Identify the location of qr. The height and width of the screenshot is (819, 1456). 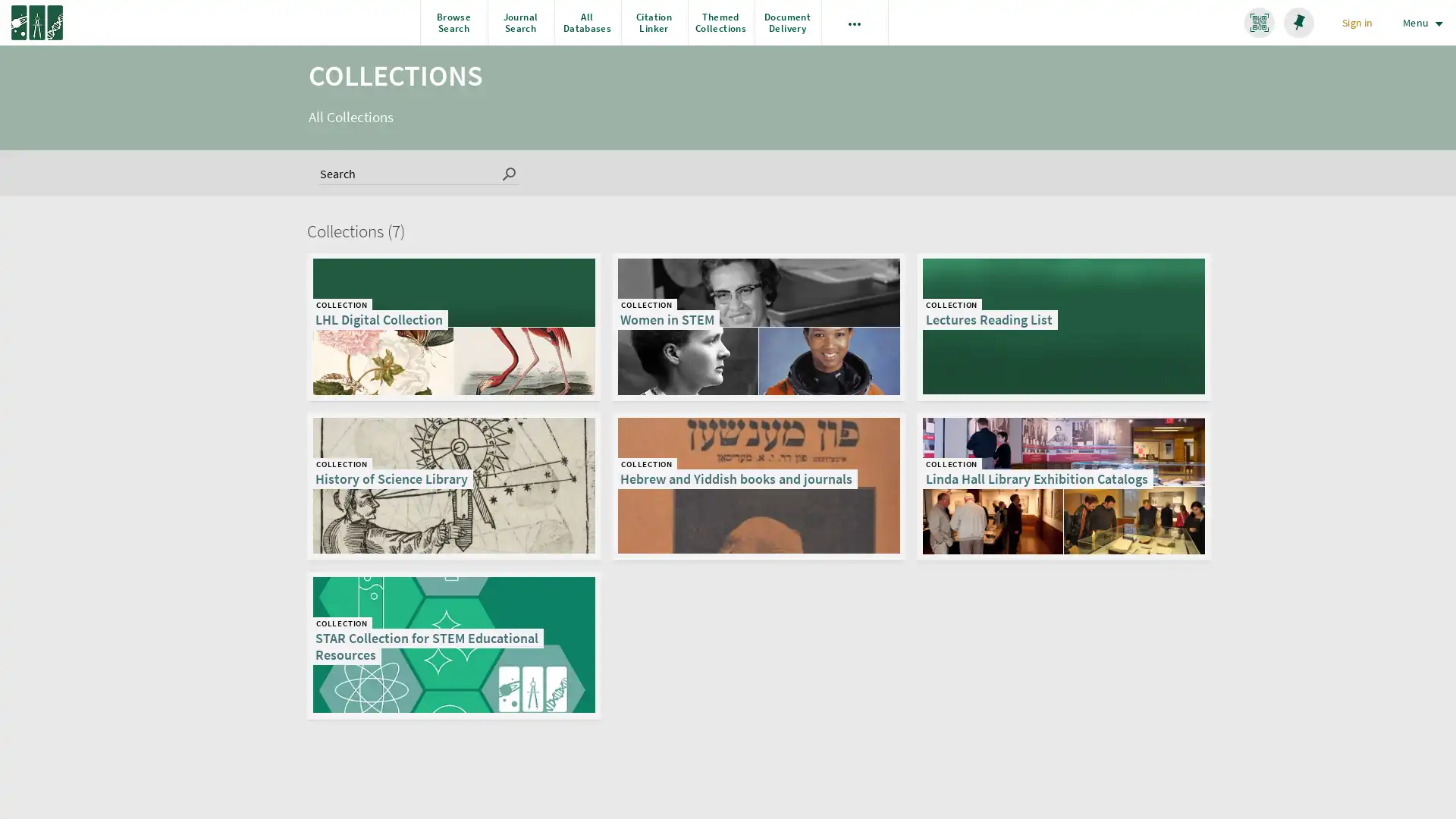
(1259, 23).